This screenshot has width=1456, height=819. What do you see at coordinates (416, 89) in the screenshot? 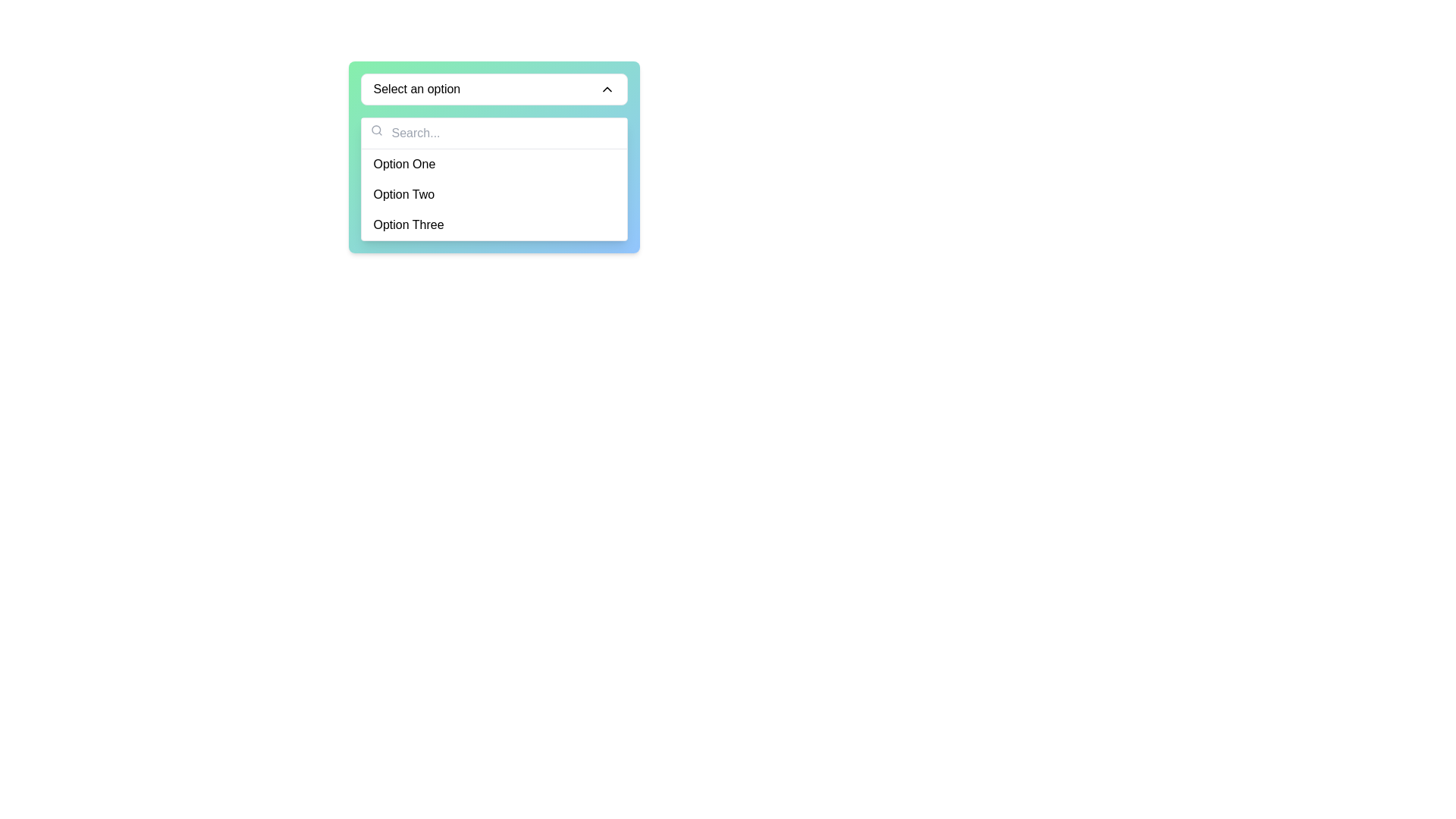
I see `the text label that indicates a required selection in the dropdown component, located in the top section and adjacent to the chevron-down icon` at bounding box center [416, 89].